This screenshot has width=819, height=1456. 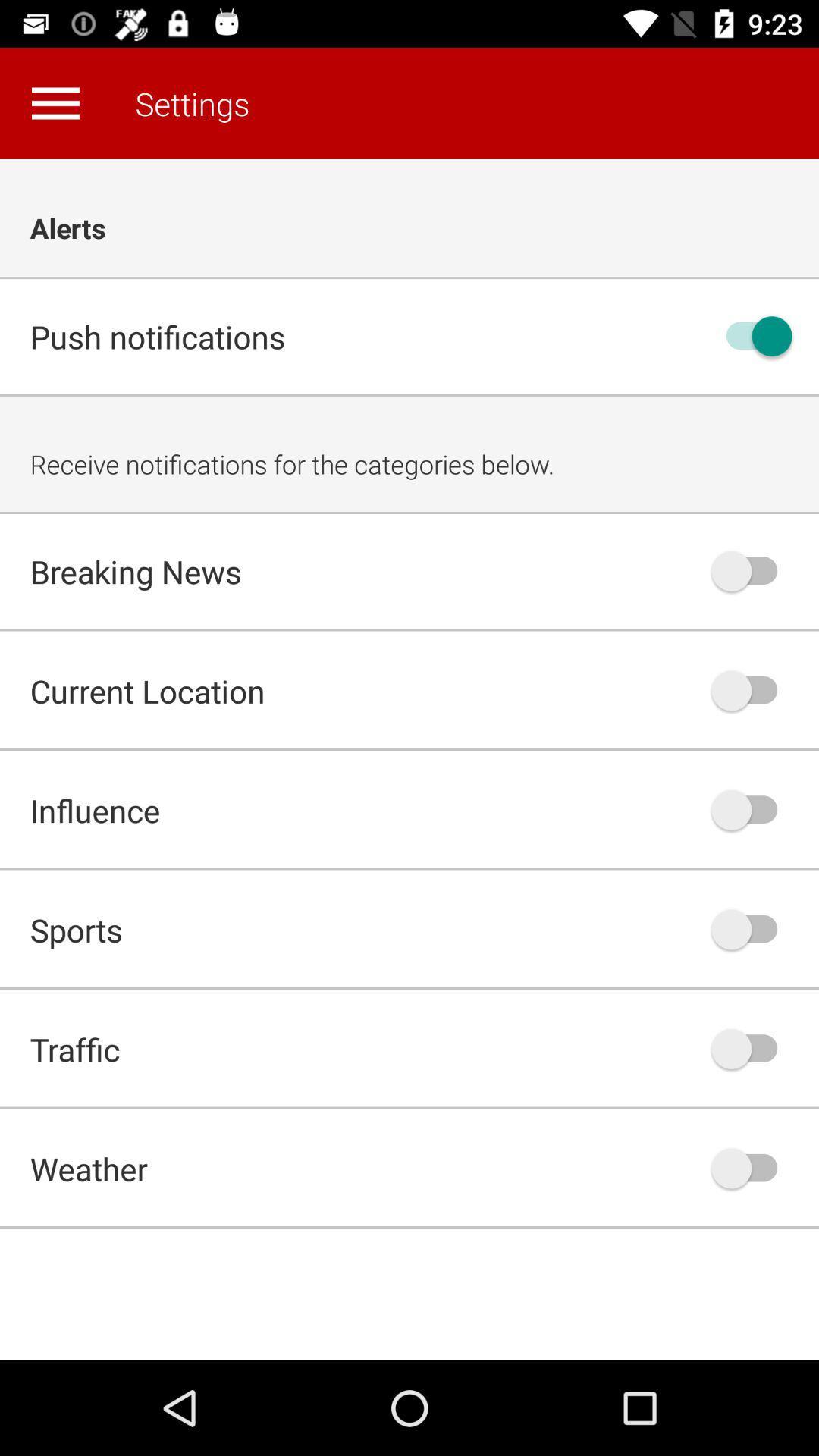 I want to click on on button, so click(x=752, y=335).